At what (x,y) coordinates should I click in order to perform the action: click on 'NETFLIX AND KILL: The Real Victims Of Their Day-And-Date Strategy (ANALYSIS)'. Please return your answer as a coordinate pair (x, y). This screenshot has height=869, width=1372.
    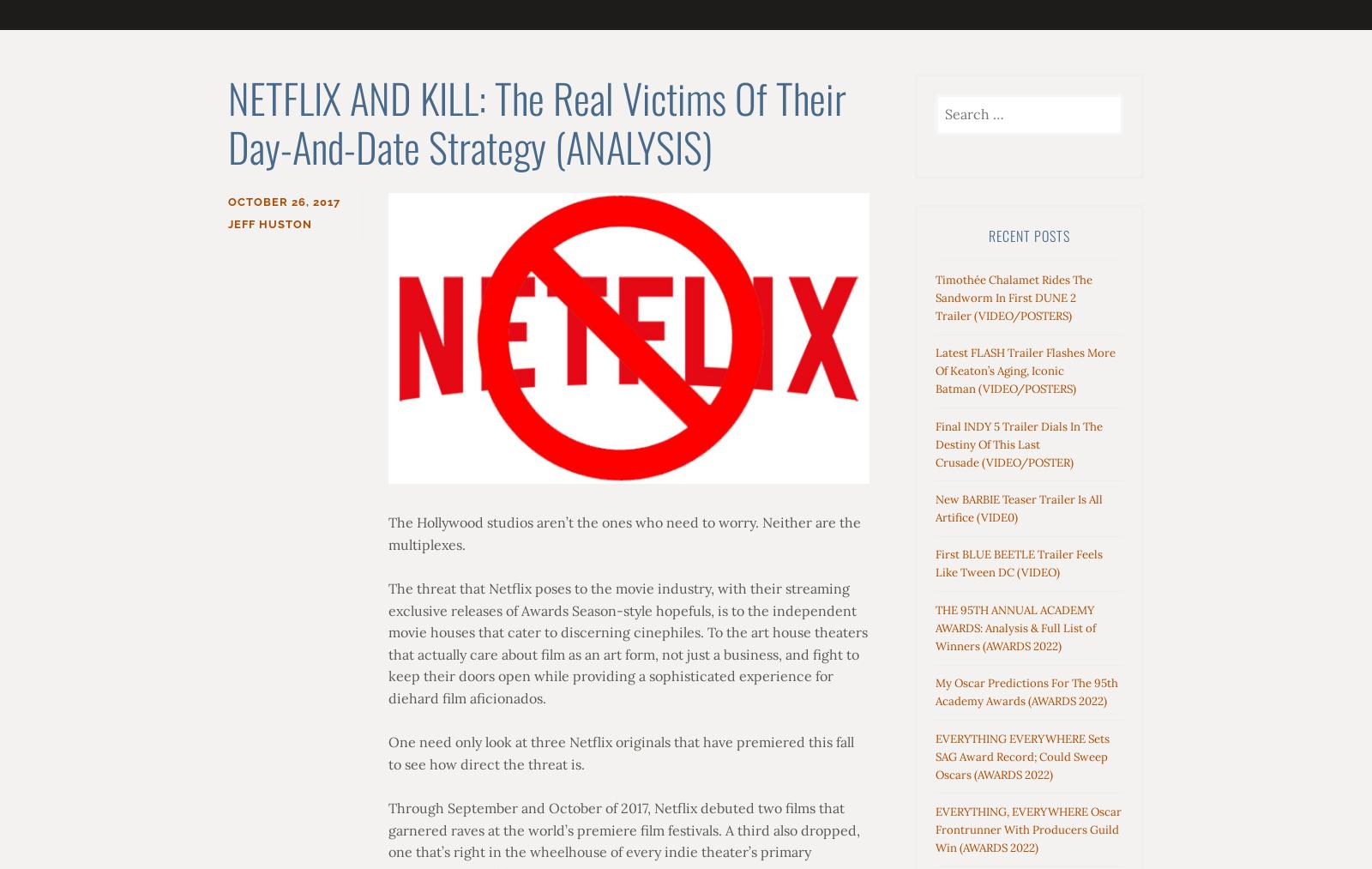
    Looking at the image, I should click on (537, 122).